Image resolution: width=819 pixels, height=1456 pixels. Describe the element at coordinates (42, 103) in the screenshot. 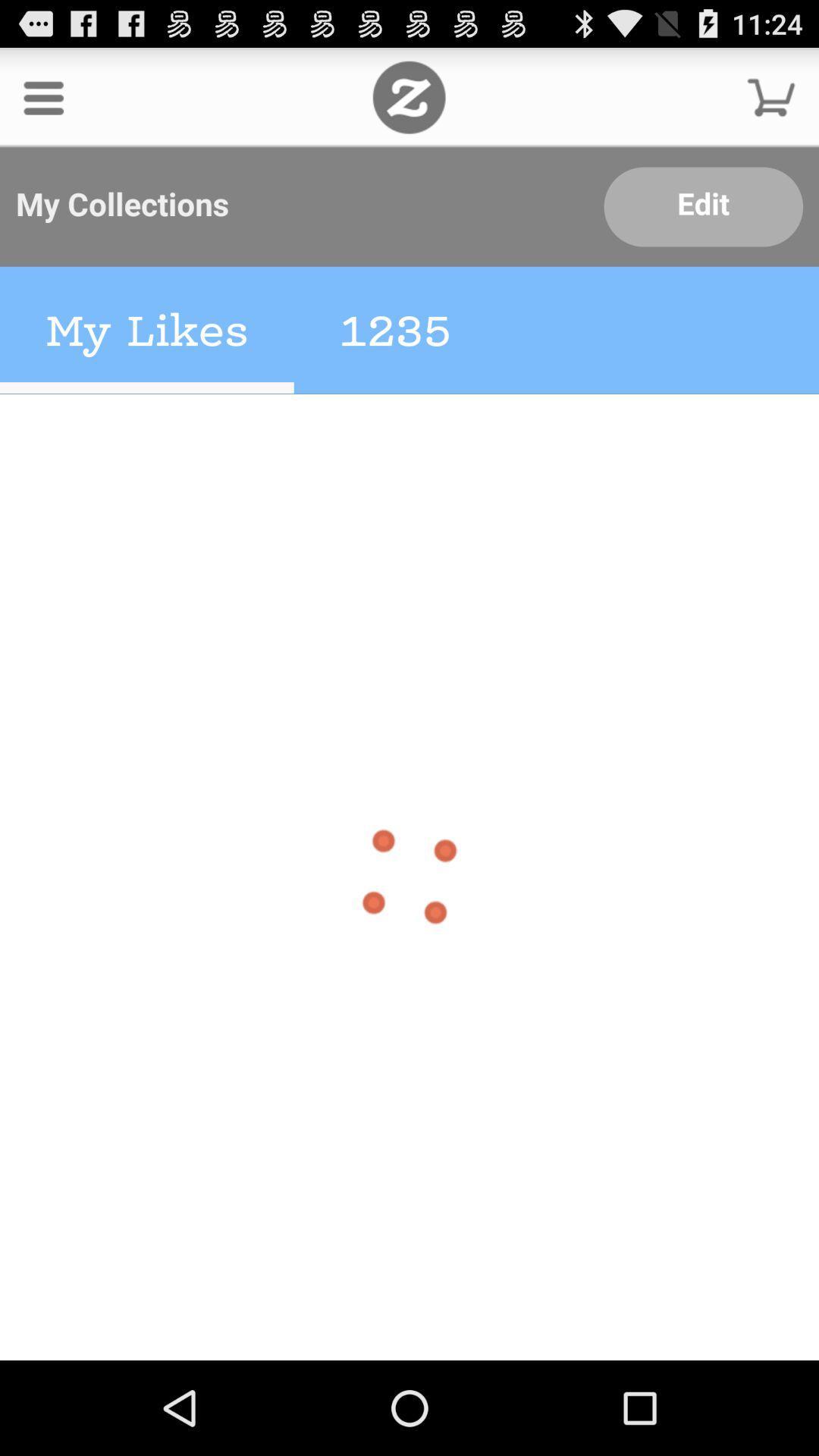

I see `the menu icon` at that location.